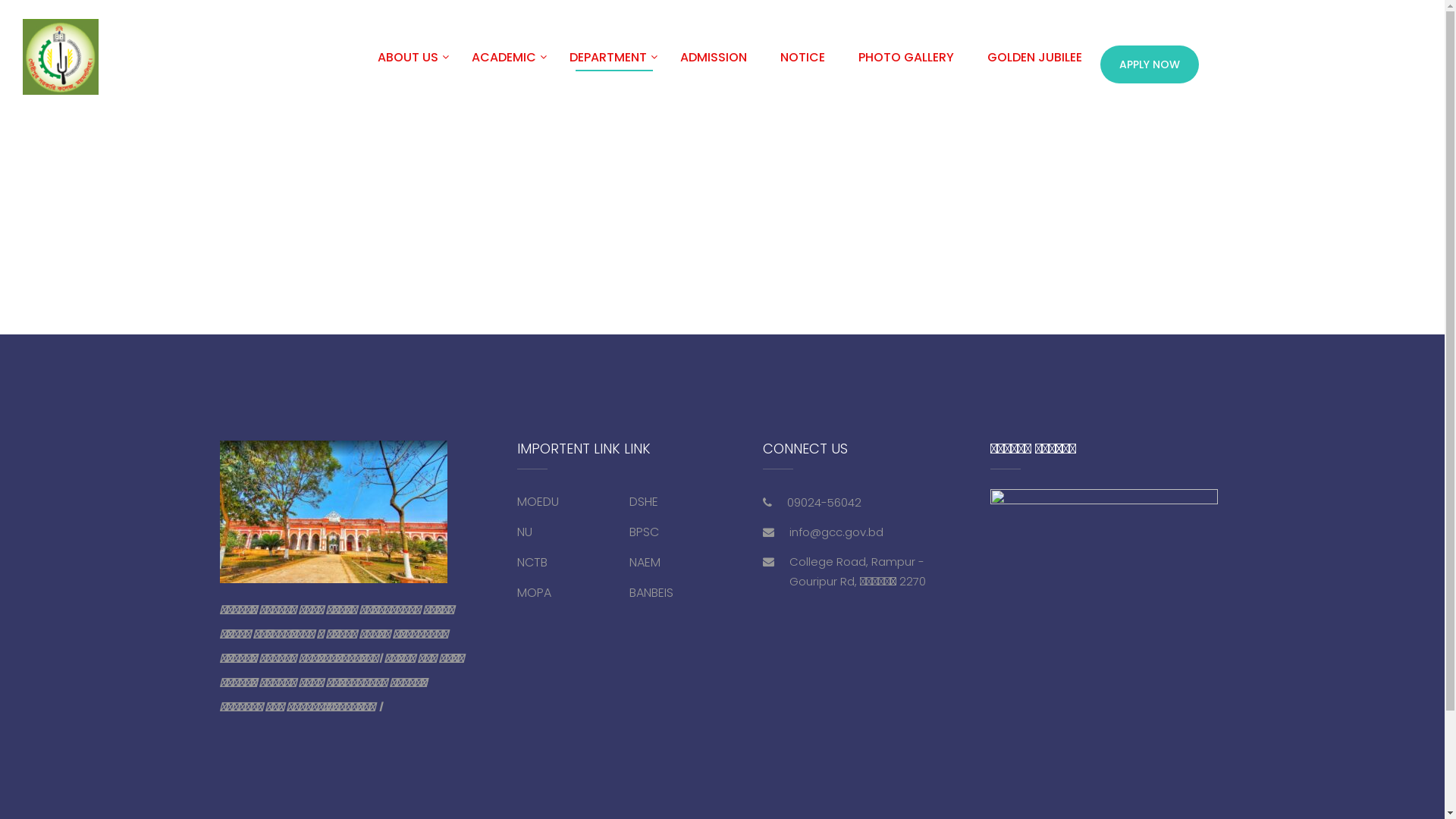  I want to click on 'info@gcc.gov.bd', so click(836, 531).